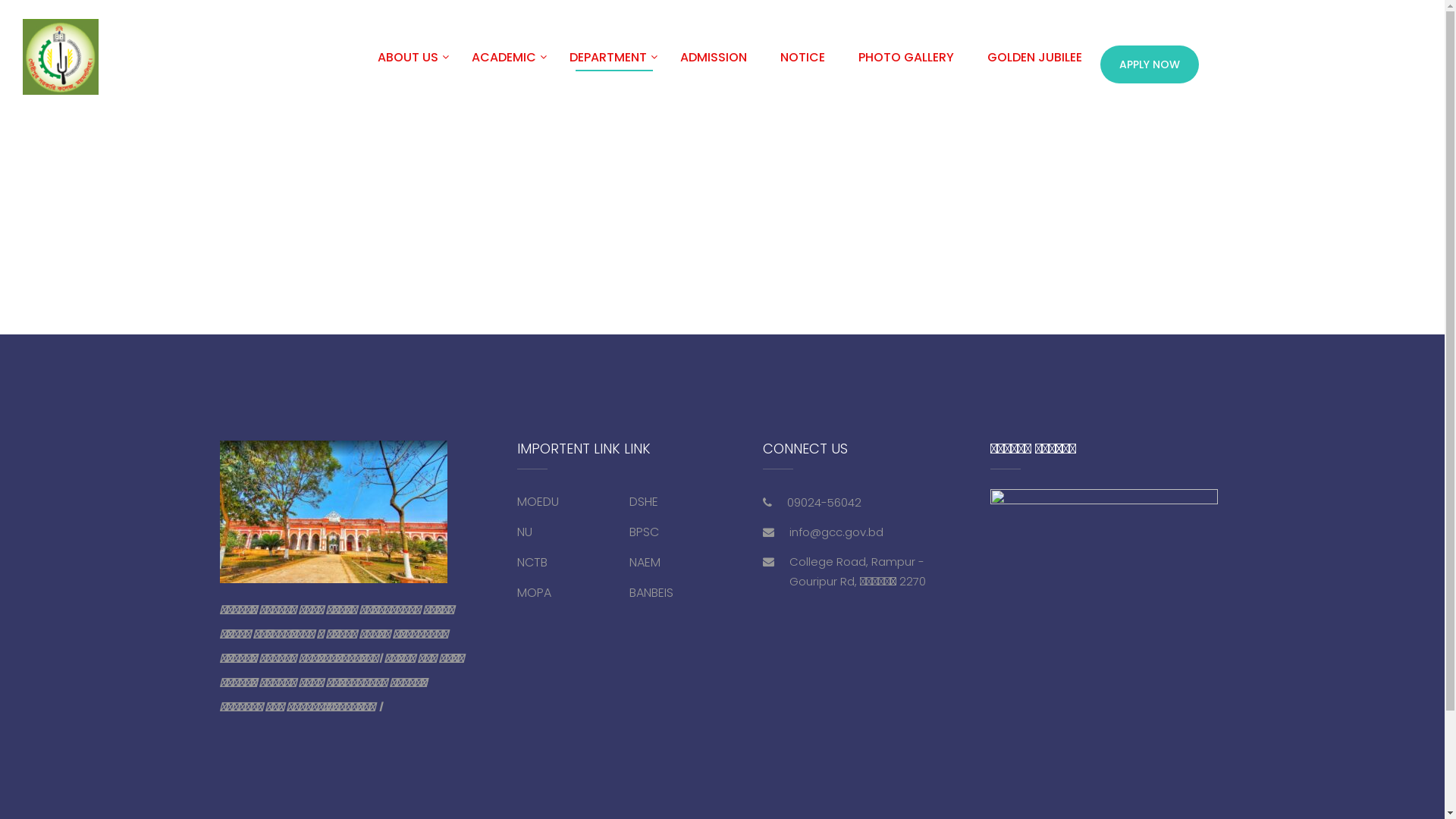  I want to click on 'info@gcc.gov.bd', so click(836, 531).